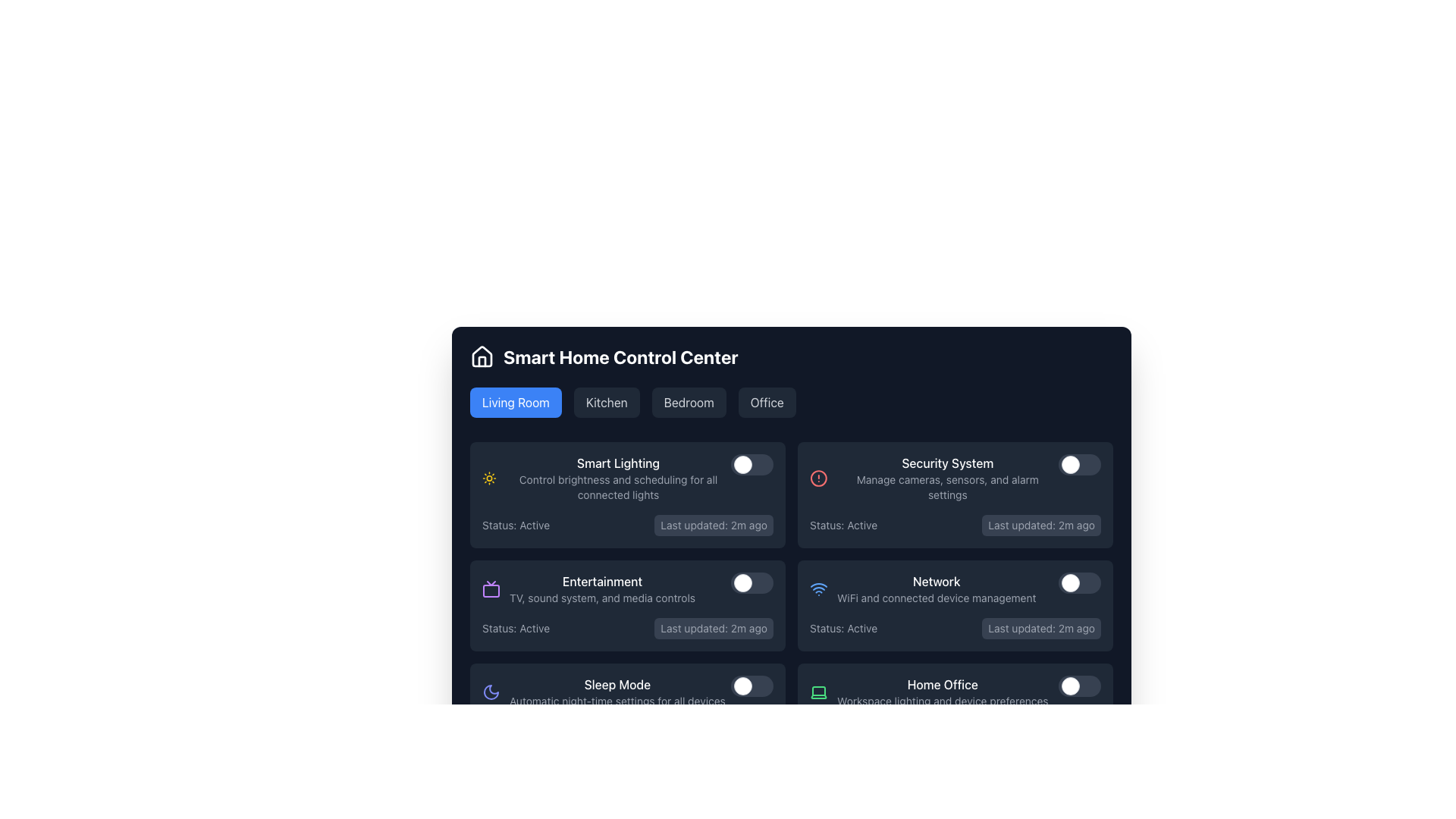 The image size is (1456, 819). I want to click on the 'Office' button in the navigation bar, so click(767, 402).